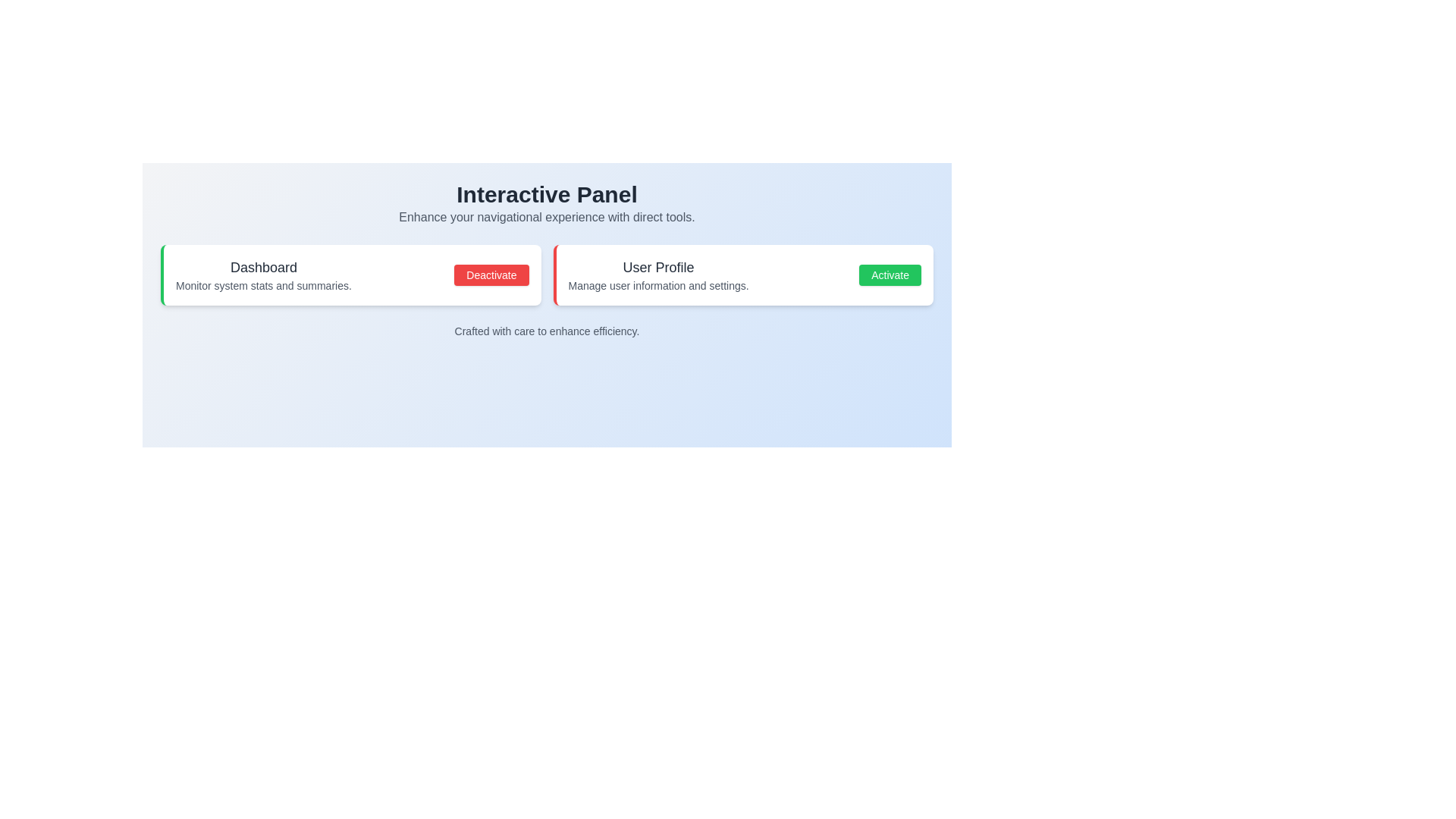 The width and height of the screenshot is (1456, 819). Describe the element at coordinates (658, 275) in the screenshot. I see `the text display element that shows information about the 'User Profile' section, located centrally between the 'Deactivate' button and the 'Activate' button` at that location.